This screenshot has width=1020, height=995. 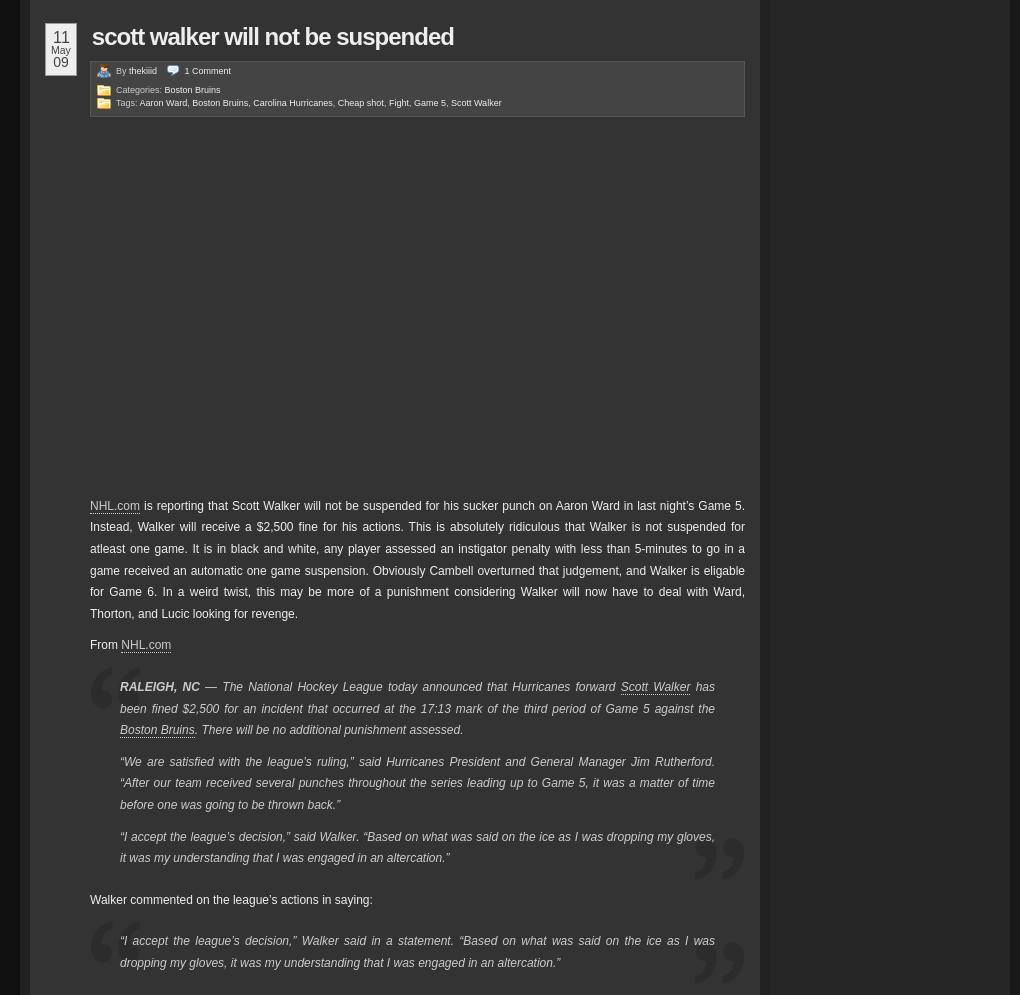 I want to click on 'Walker commented on the league’s actions in saying:', so click(x=231, y=897).